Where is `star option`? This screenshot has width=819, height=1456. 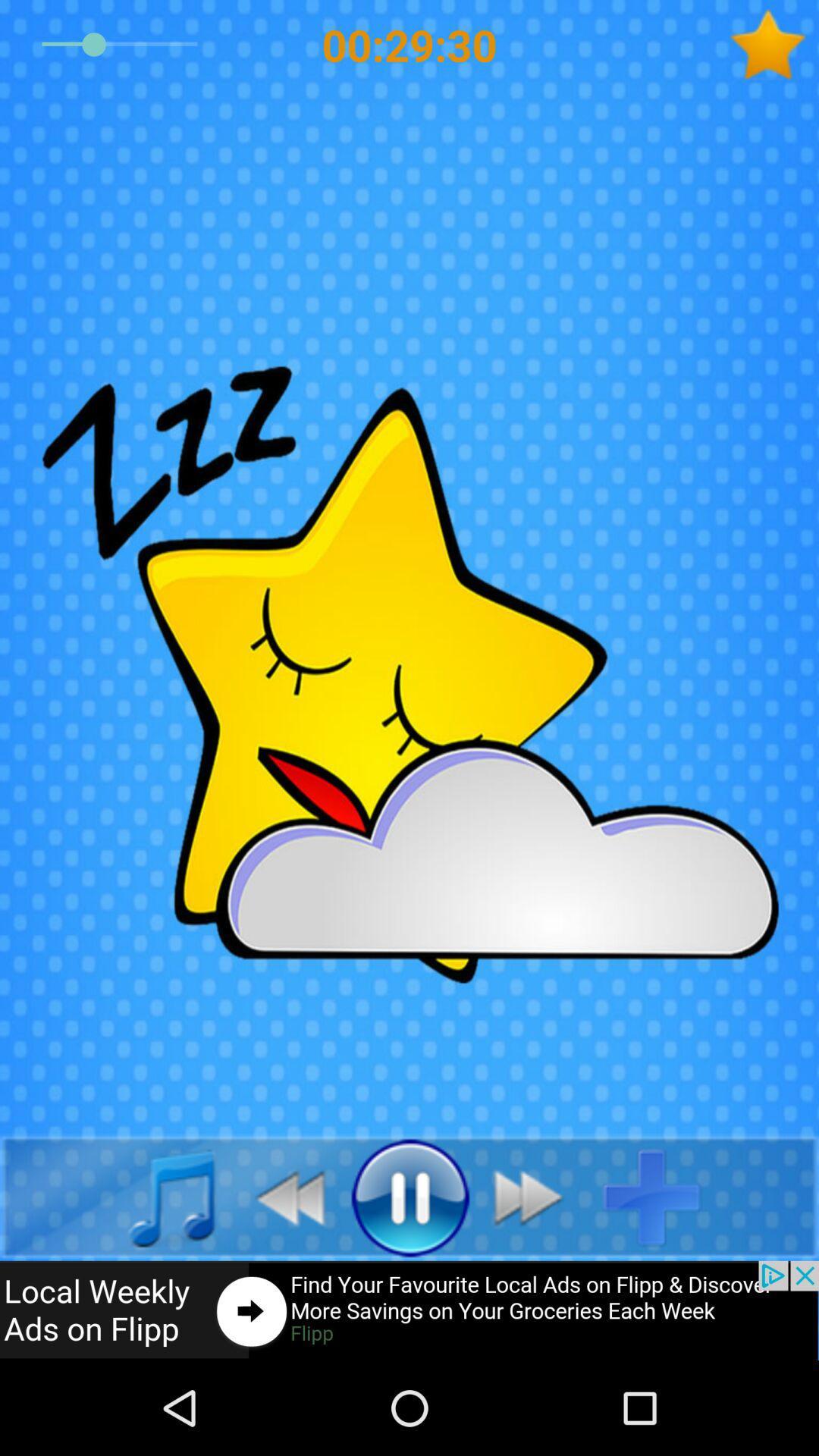 star option is located at coordinates (773, 45).